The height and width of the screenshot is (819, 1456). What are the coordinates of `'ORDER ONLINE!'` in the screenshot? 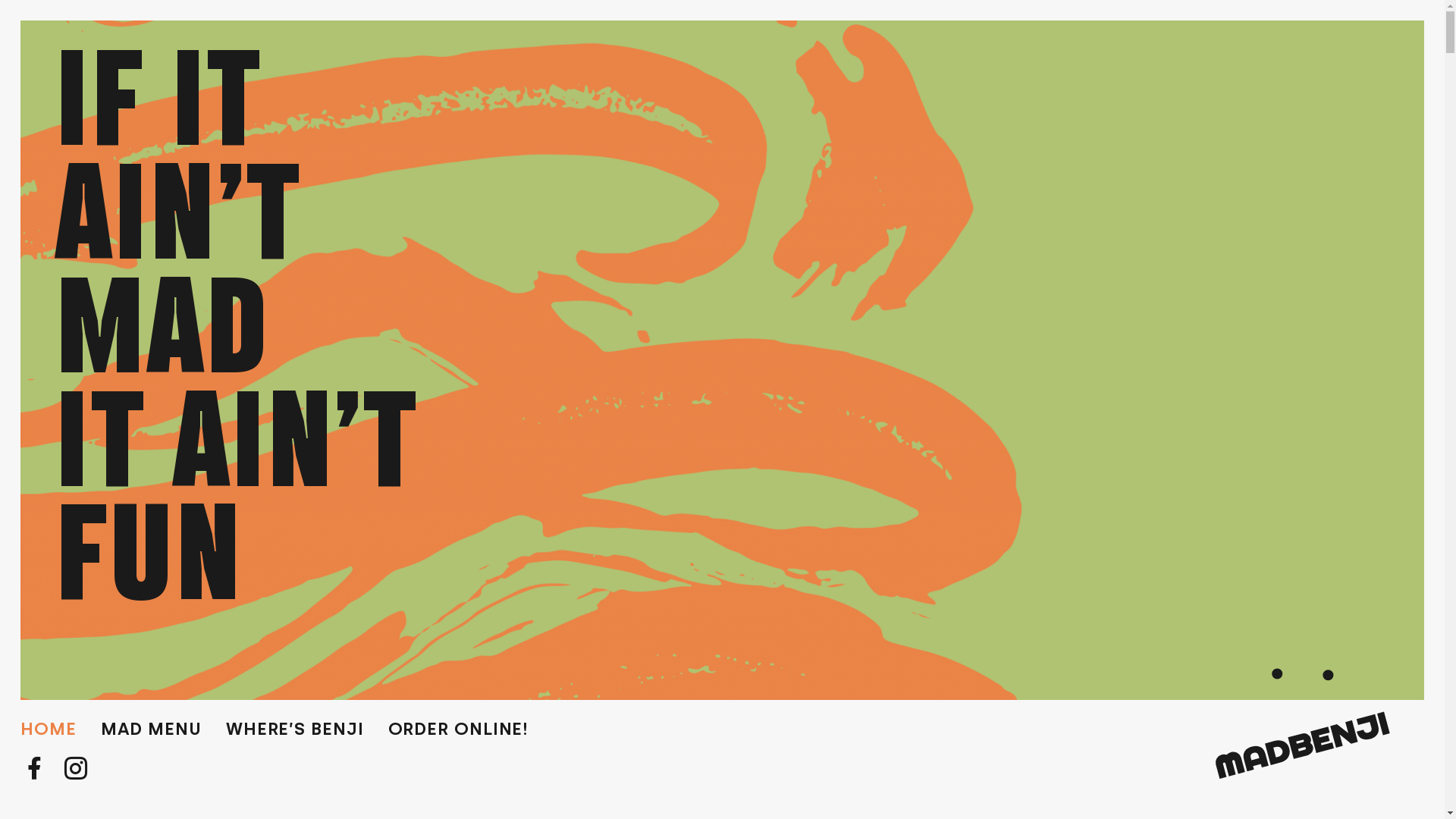 It's located at (457, 729).